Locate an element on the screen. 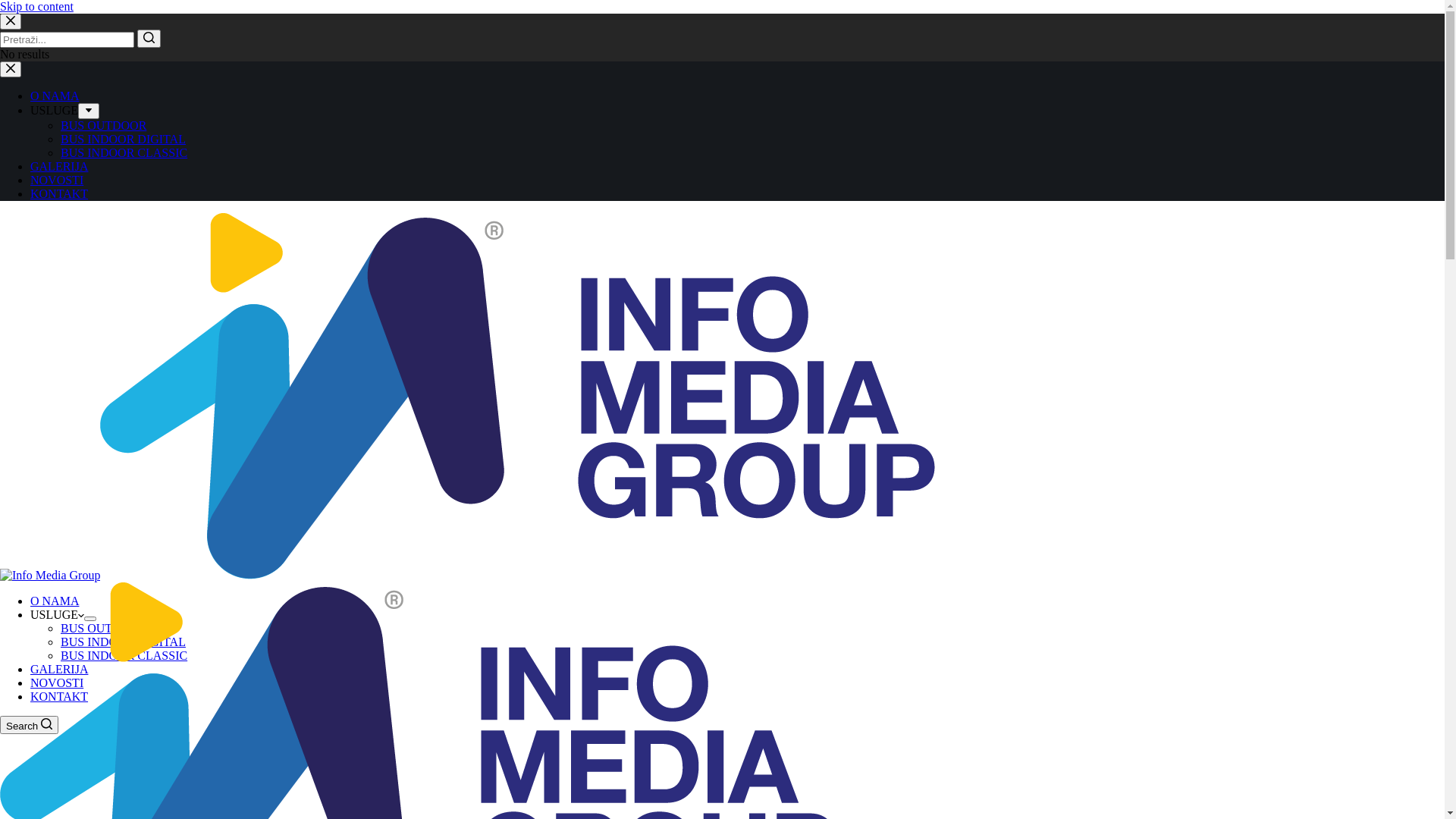 The height and width of the screenshot is (819, 1456). 'BUS INDOOR DIGITAL' is located at coordinates (123, 139).